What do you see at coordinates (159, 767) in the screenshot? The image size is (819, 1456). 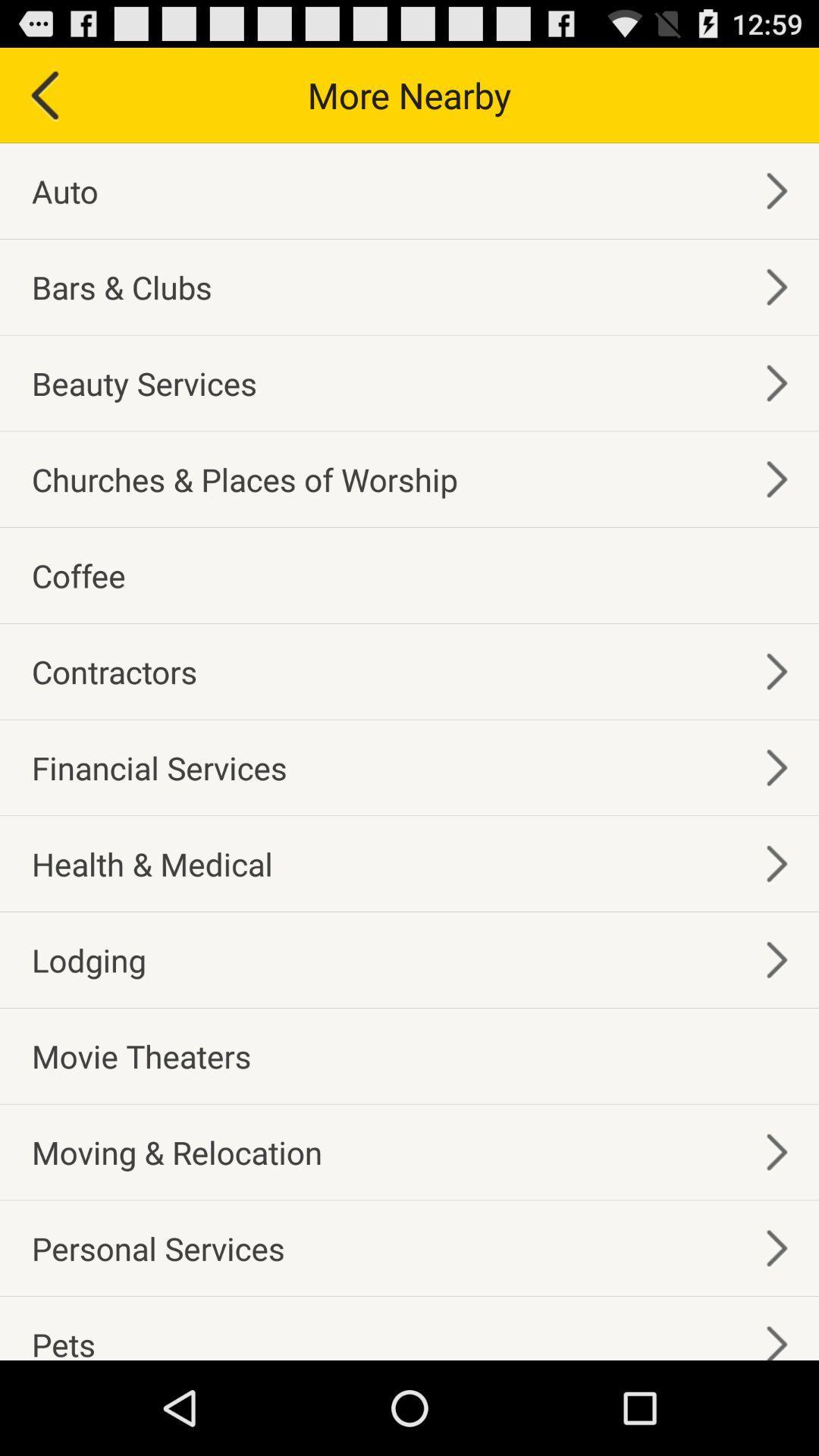 I see `the item below contractors item` at bounding box center [159, 767].